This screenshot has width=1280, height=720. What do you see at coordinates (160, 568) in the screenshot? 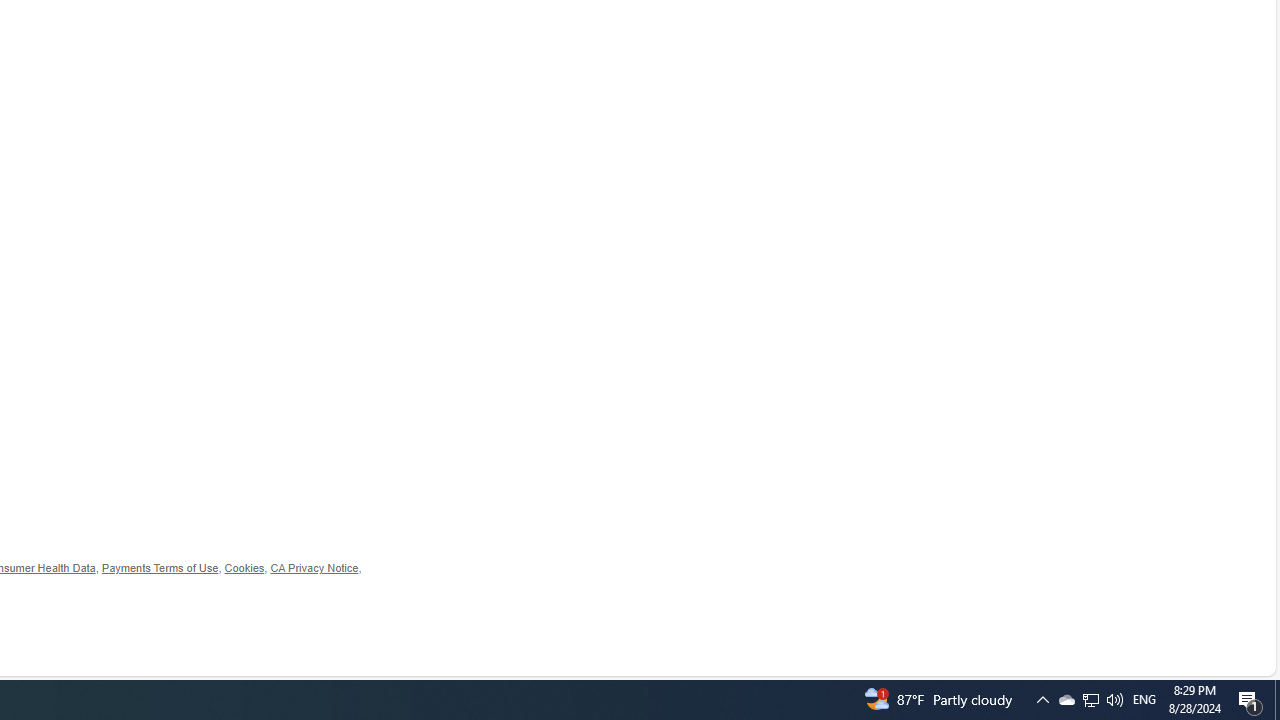
I see `'Payments Terms of Use'` at bounding box center [160, 568].